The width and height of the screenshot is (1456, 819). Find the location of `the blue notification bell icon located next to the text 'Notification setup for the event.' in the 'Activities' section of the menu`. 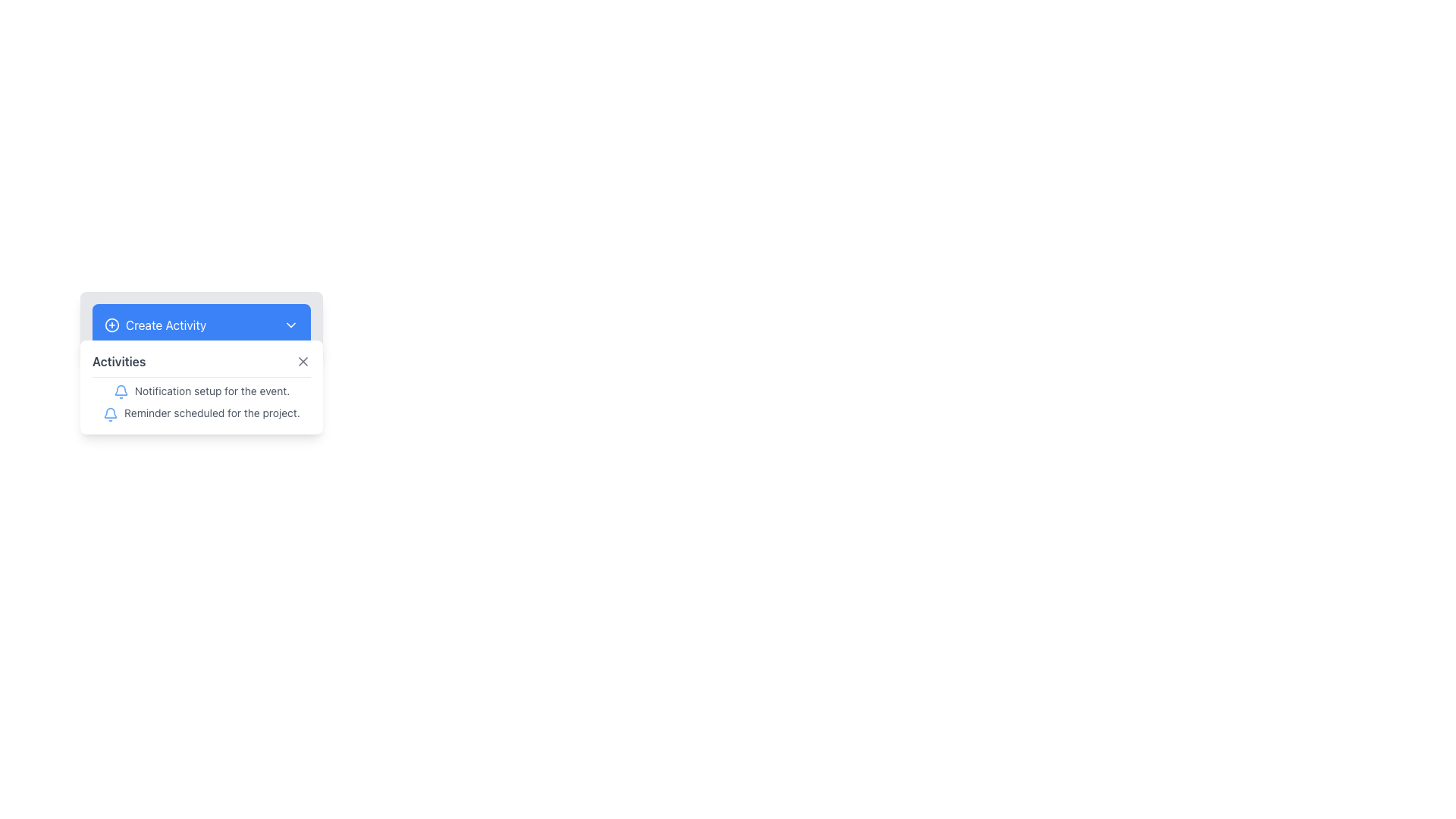

the blue notification bell icon located next to the text 'Notification setup for the event.' in the 'Activities' section of the menu is located at coordinates (120, 391).